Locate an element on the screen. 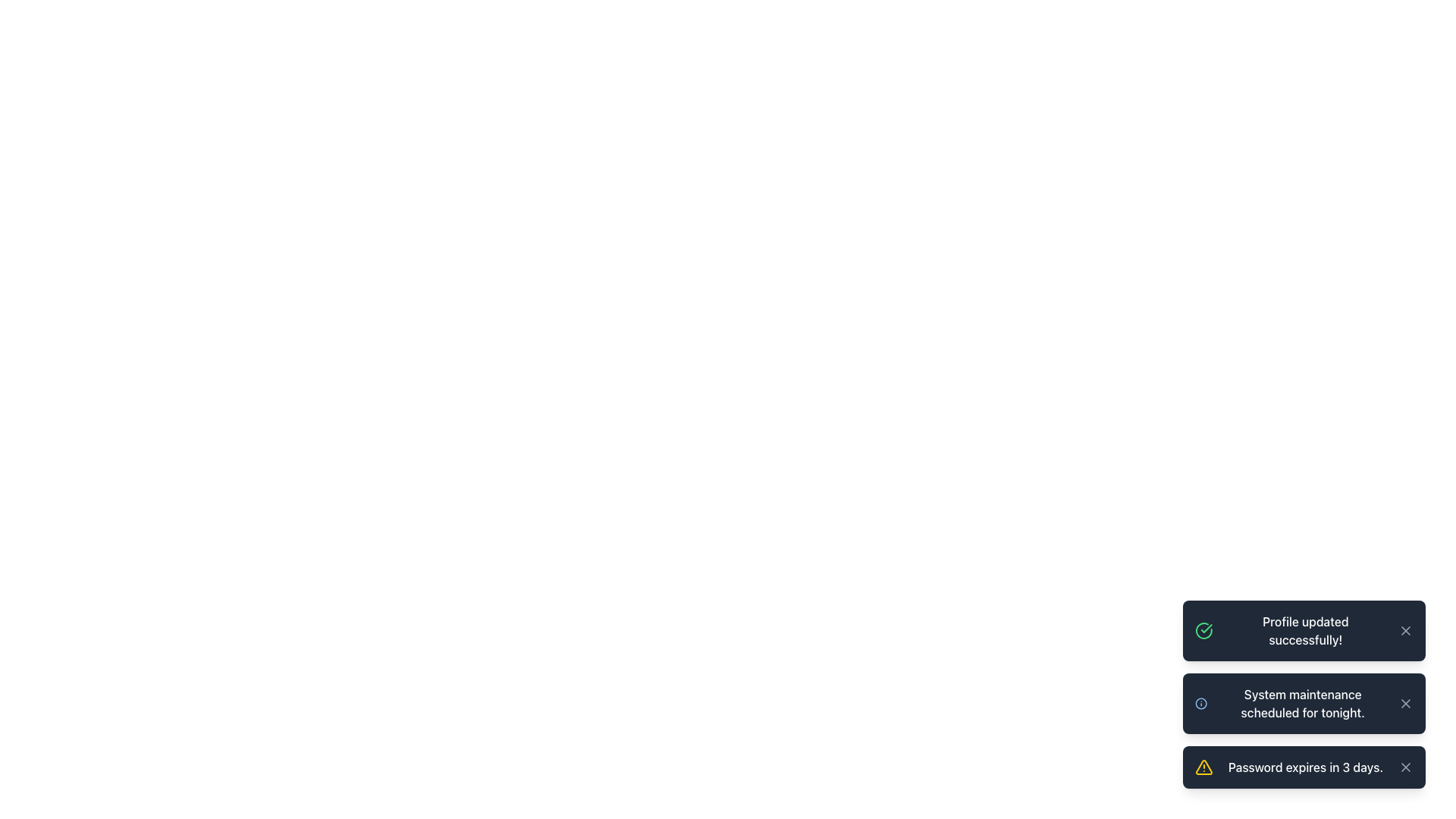  the visual alert context of the yellow warning triangle icon with an exclamation mark, which is part of the third notification indicating 'Password expires in 3 days.' is located at coordinates (1203, 767).